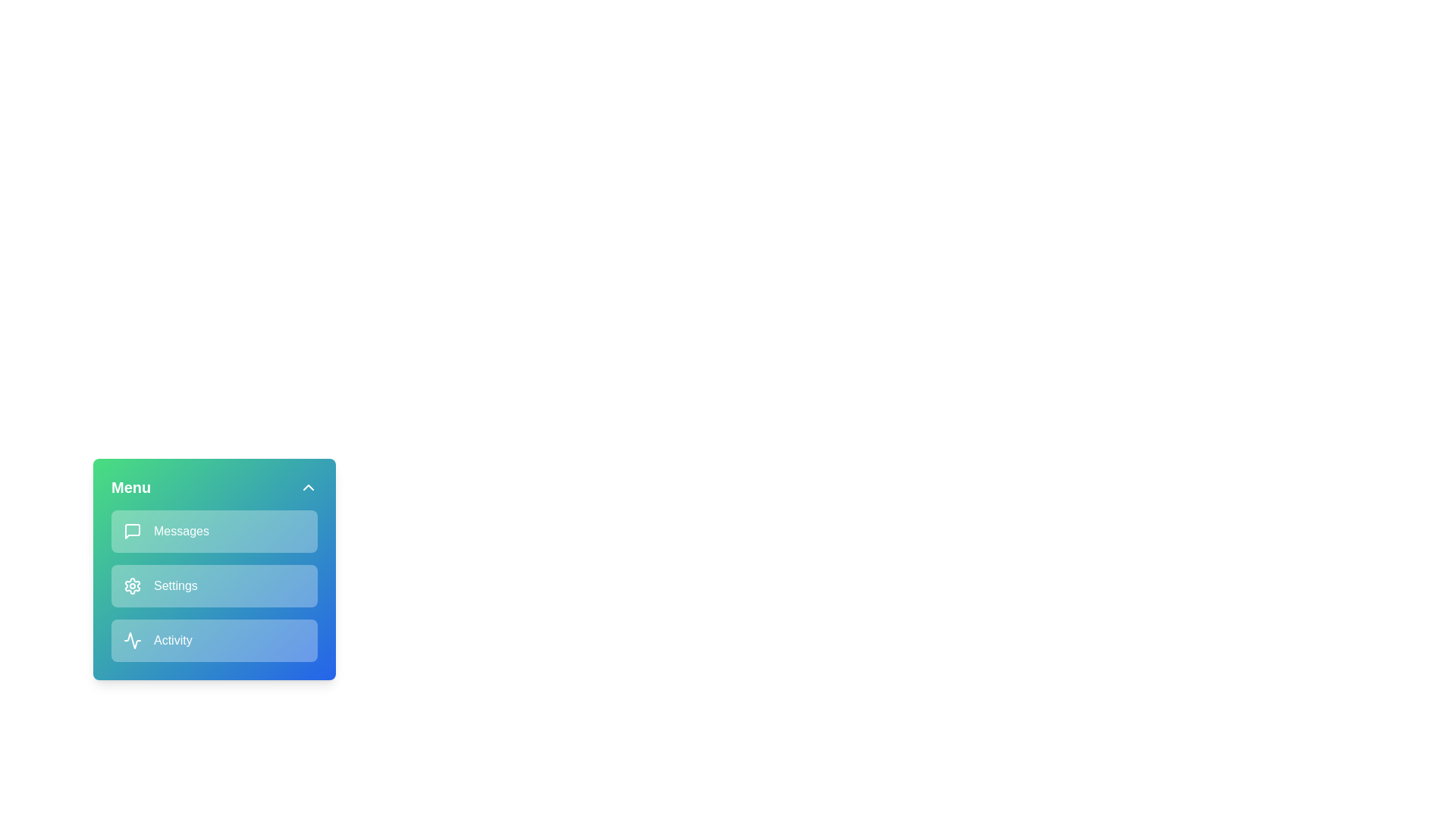  Describe the element at coordinates (214, 640) in the screenshot. I see `the menu item Activity from the menu` at that location.